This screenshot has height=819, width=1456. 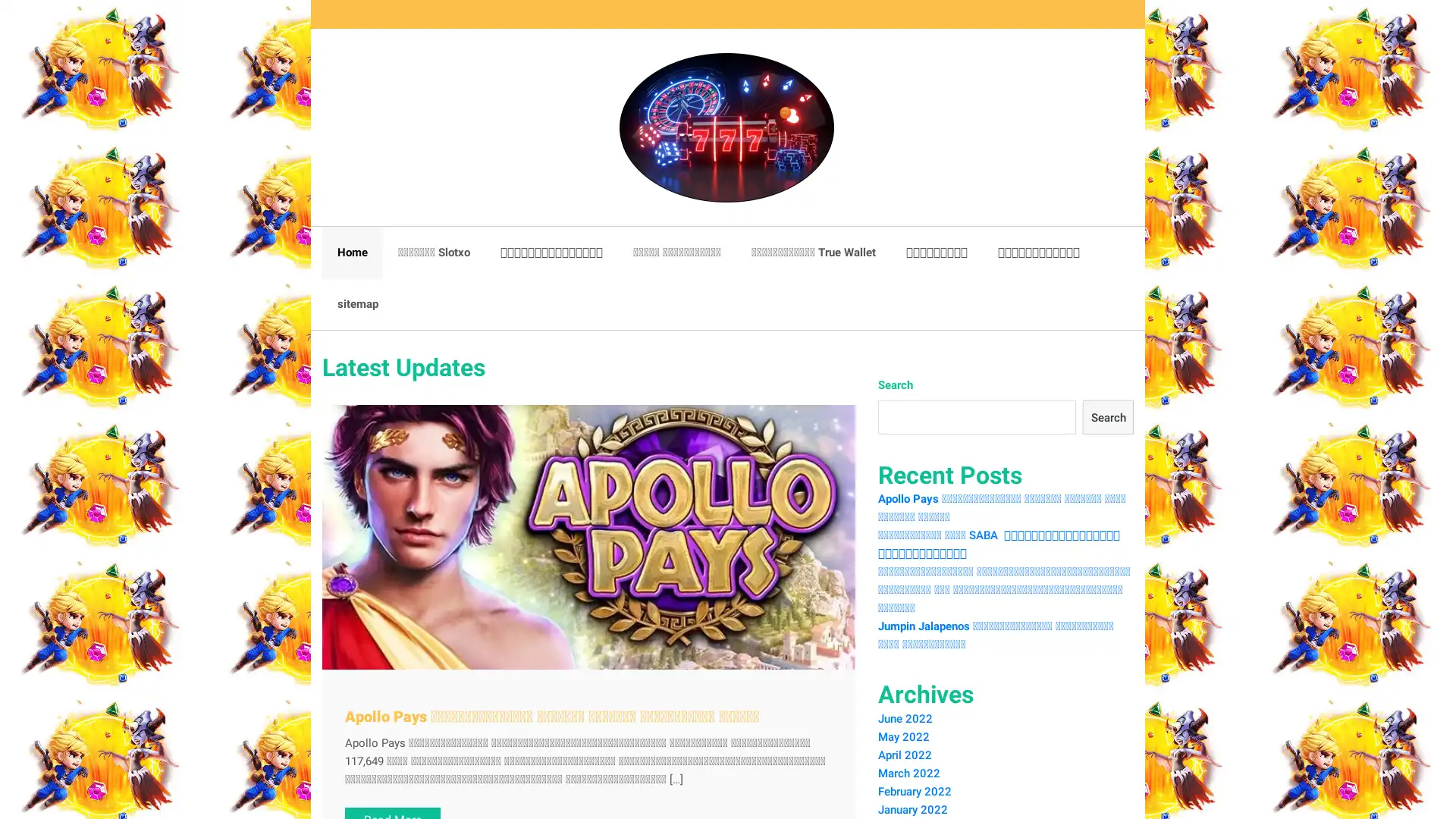 What do you see at coordinates (1107, 417) in the screenshot?
I see `Search` at bounding box center [1107, 417].